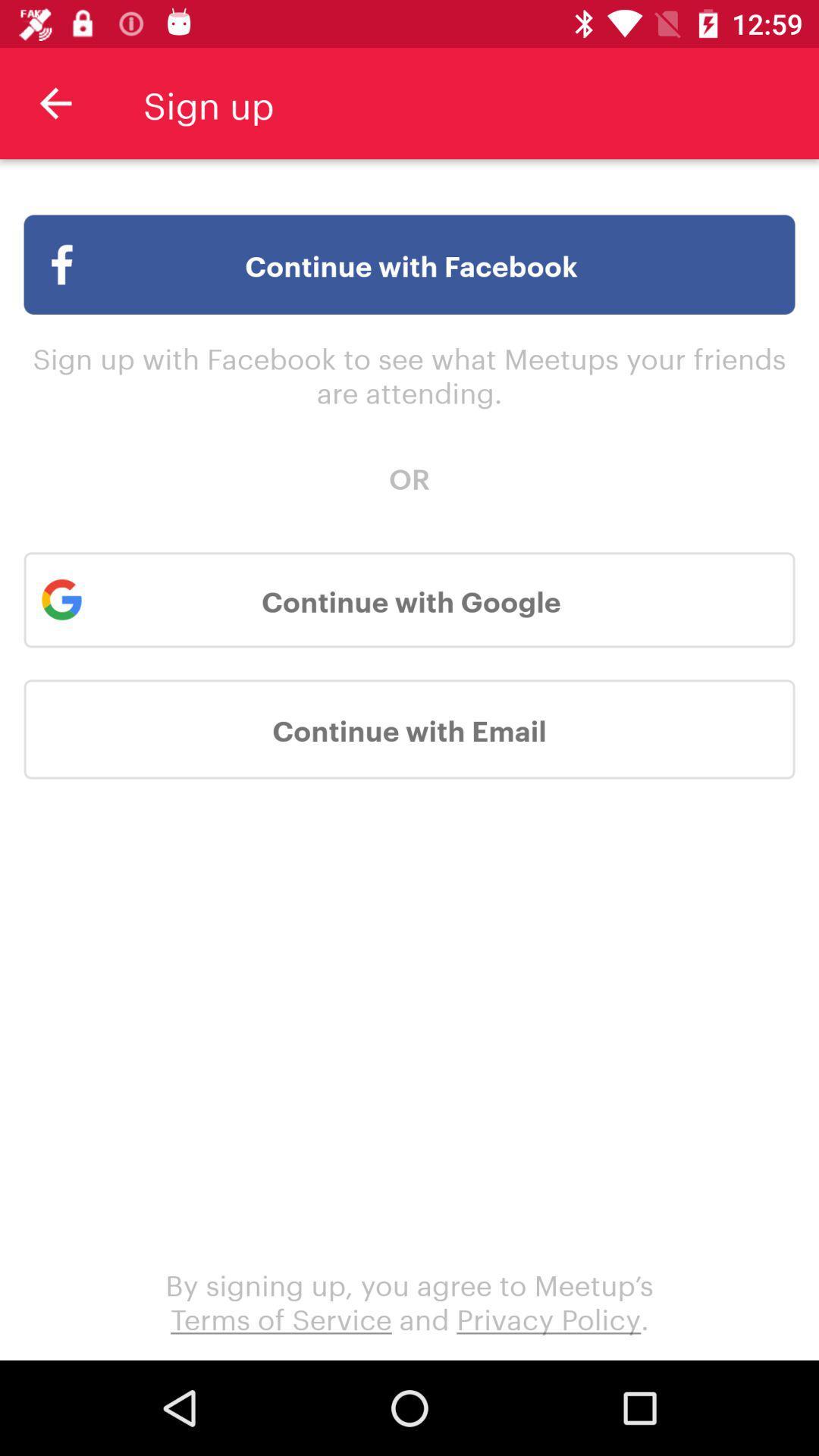  I want to click on the by signing up, so click(409, 1300).